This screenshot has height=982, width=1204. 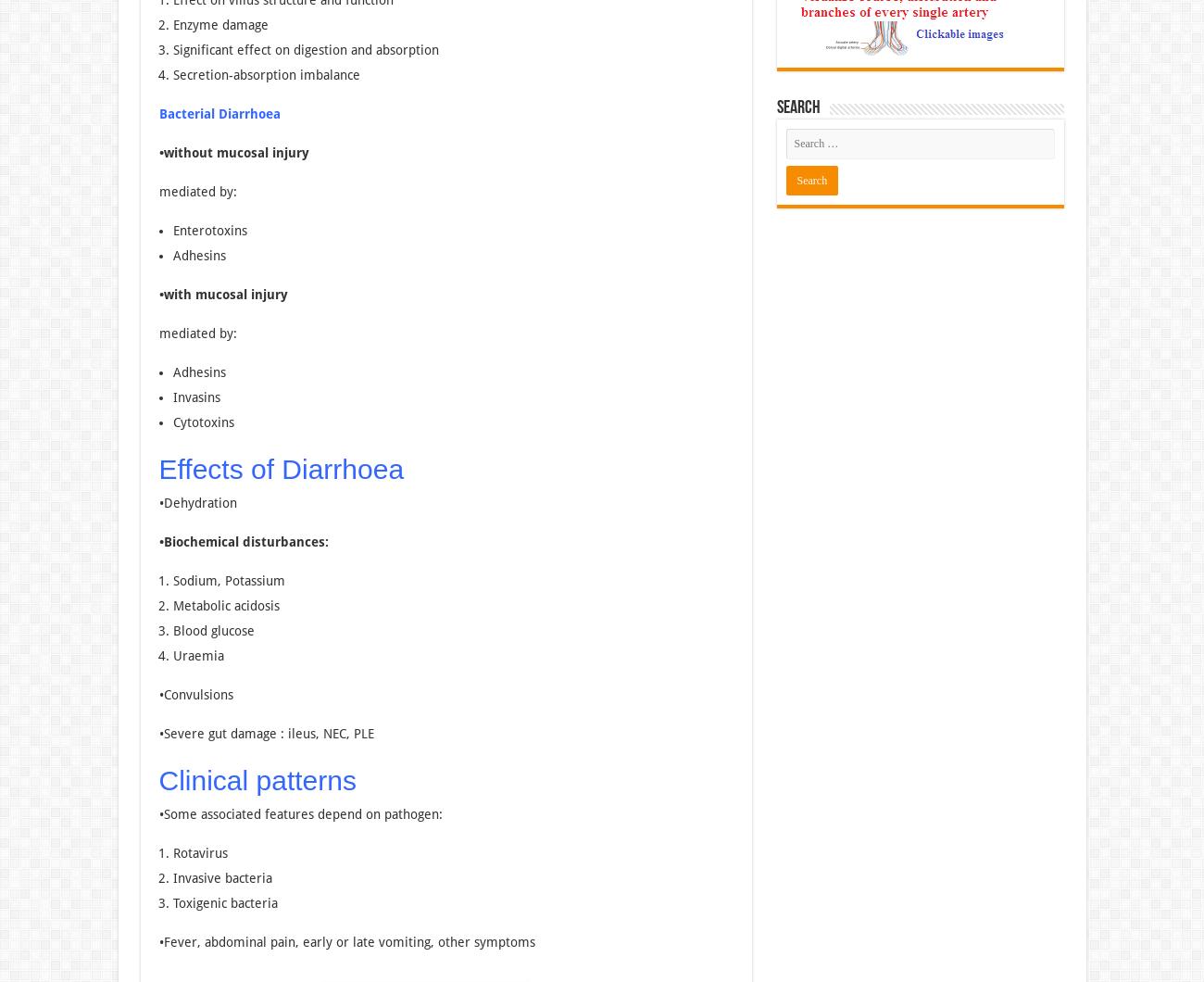 I want to click on 'Invasins', so click(x=195, y=396).